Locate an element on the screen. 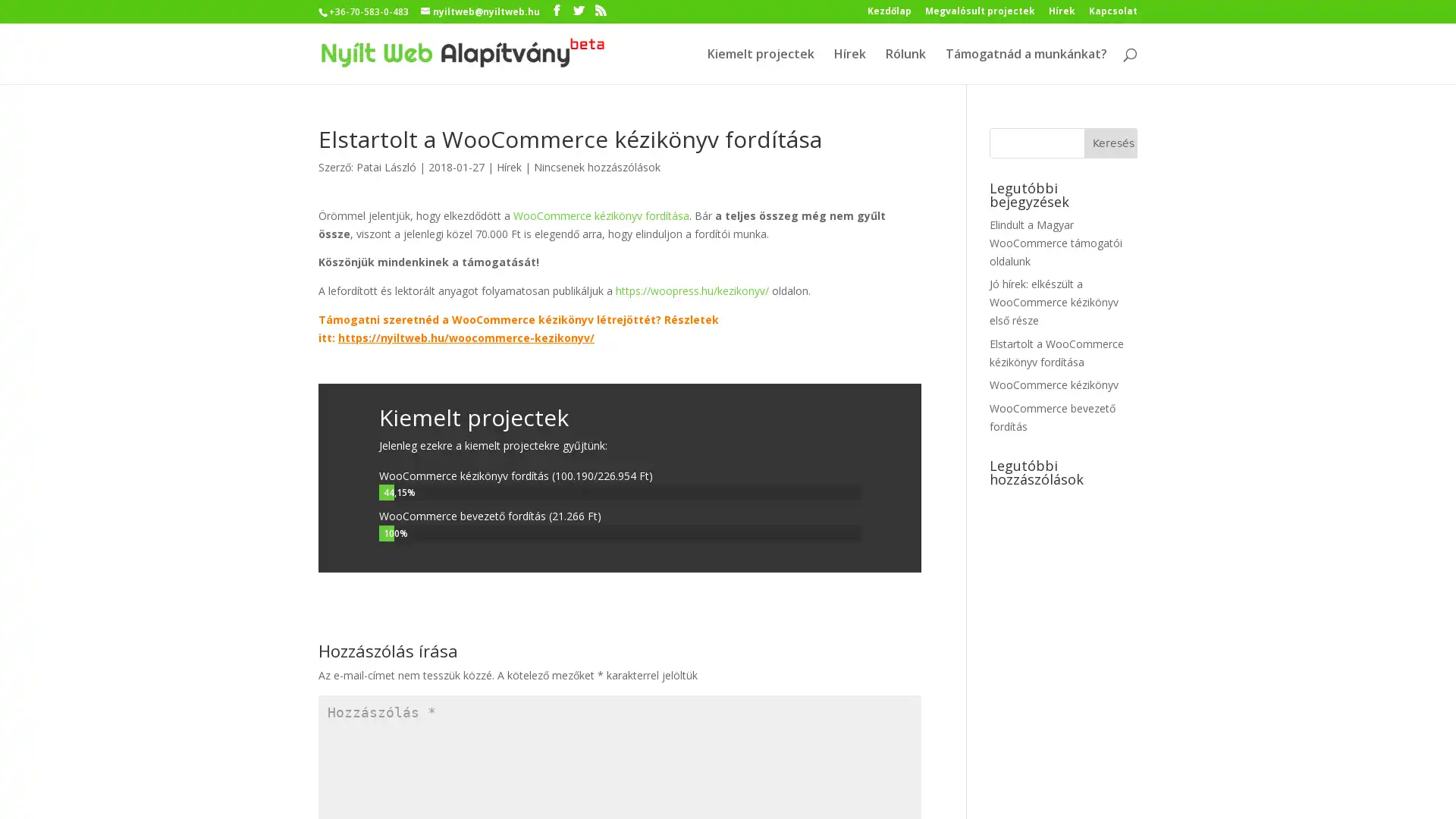  Kereses is located at coordinates (1110, 143).